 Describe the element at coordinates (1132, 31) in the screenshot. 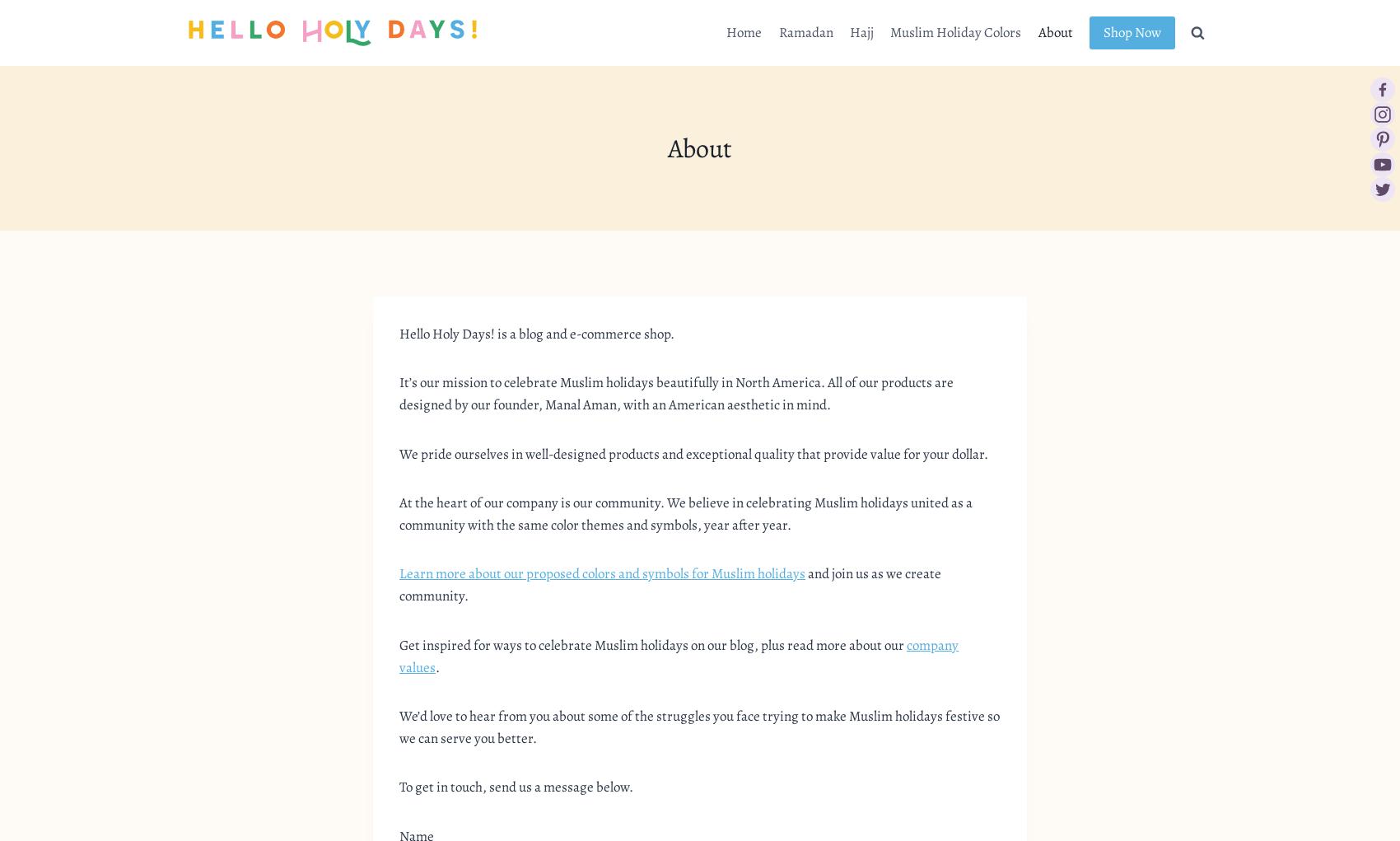

I see `'Shop Now'` at that location.